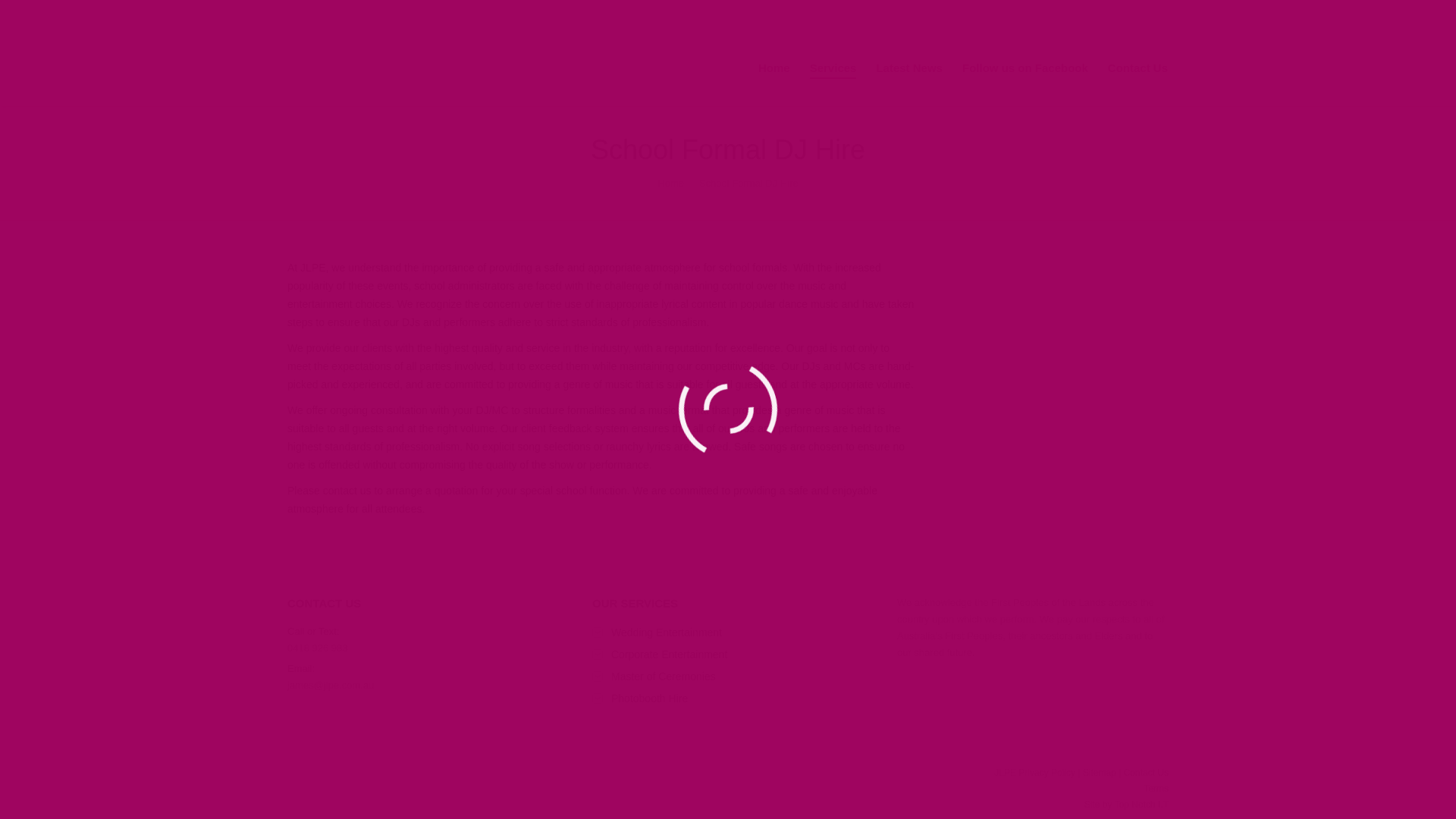 This screenshot has width=1456, height=819. Describe the element at coordinates (1141, 803) in the screenshot. I see `'Top Notch I.T'` at that location.